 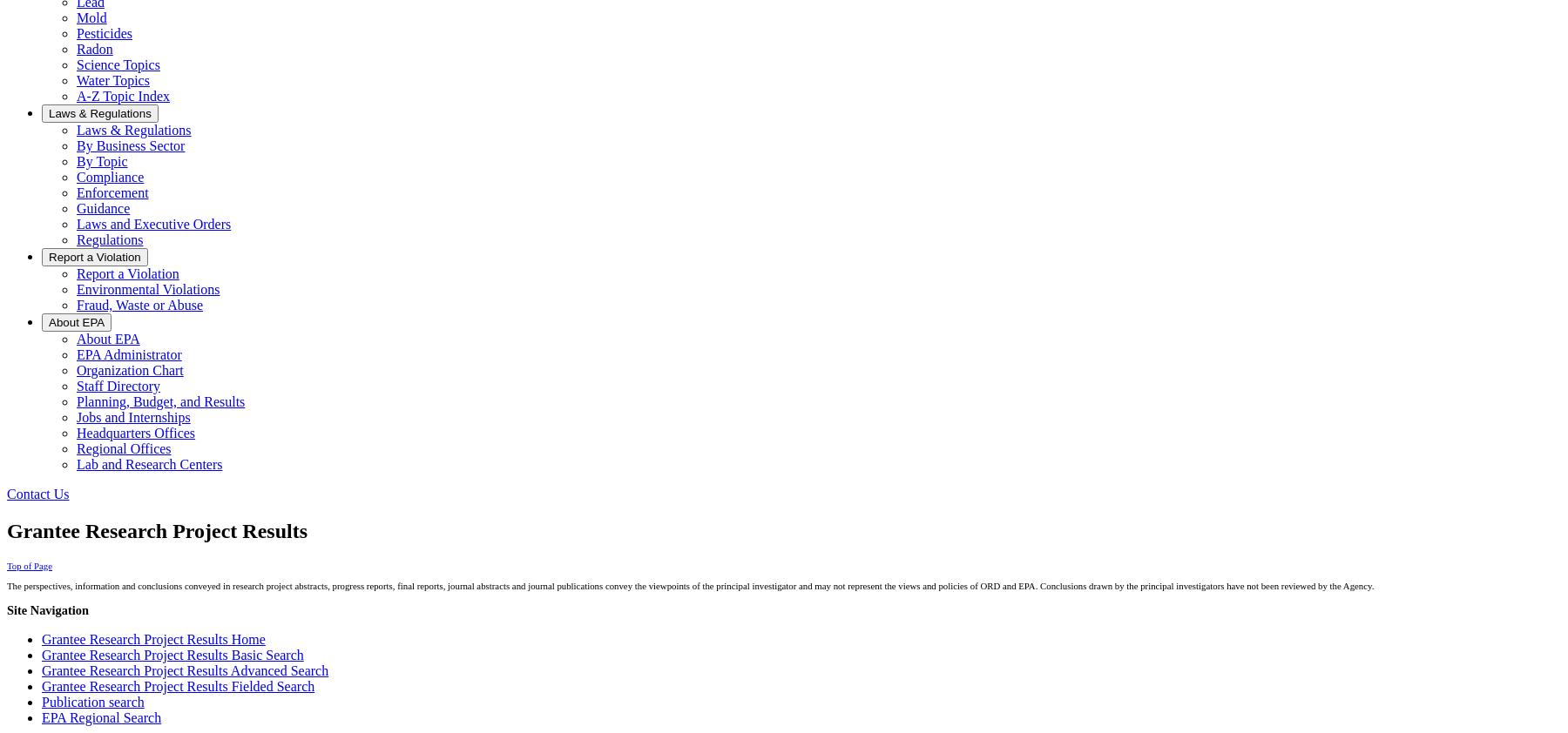 What do you see at coordinates (5, 609) in the screenshot?
I see `'Site Navigation'` at bounding box center [5, 609].